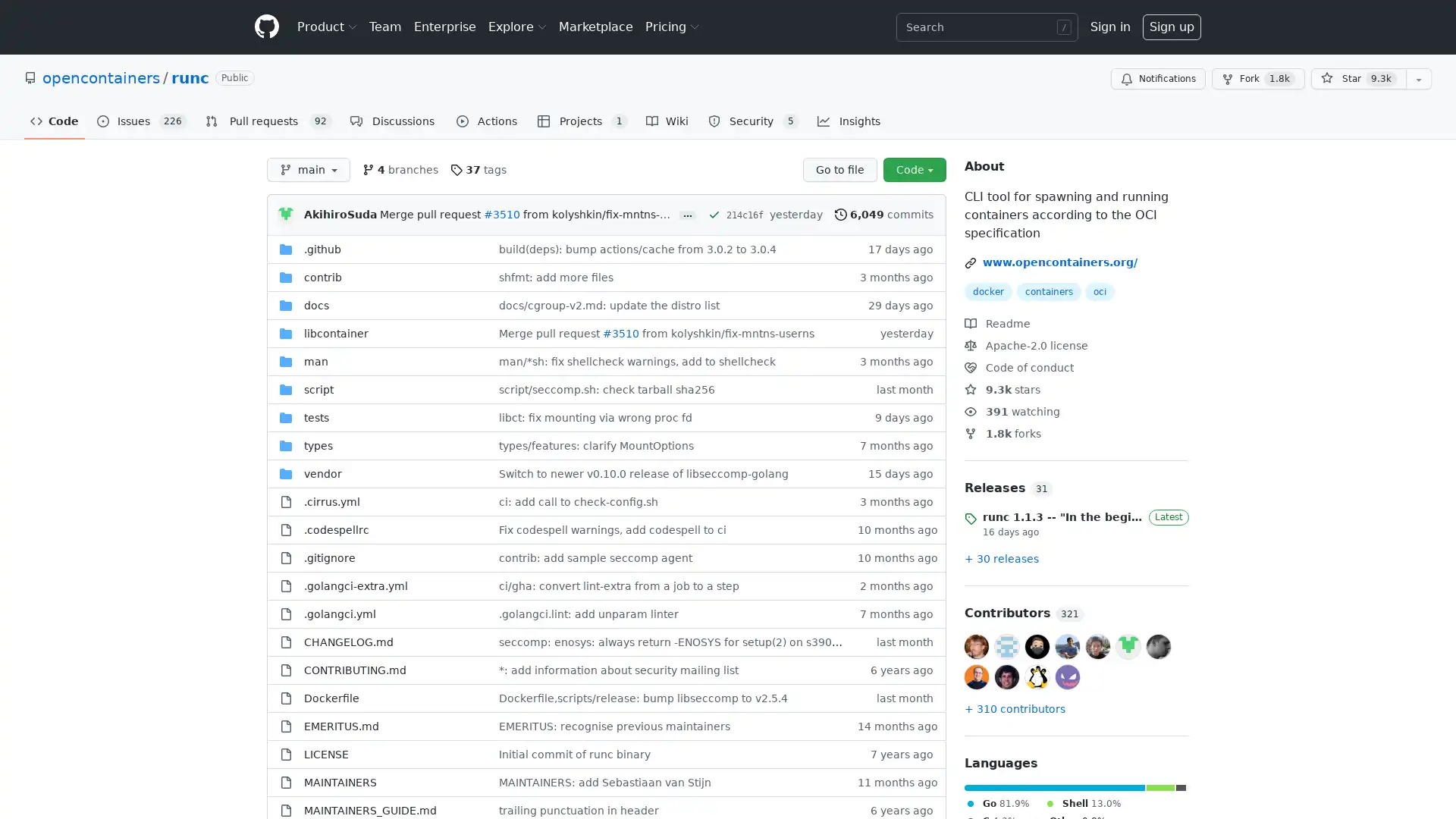 This screenshot has height=819, width=1456. What do you see at coordinates (687, 215) in the screenshot?
I see `...` at bounding box center [687, 215].